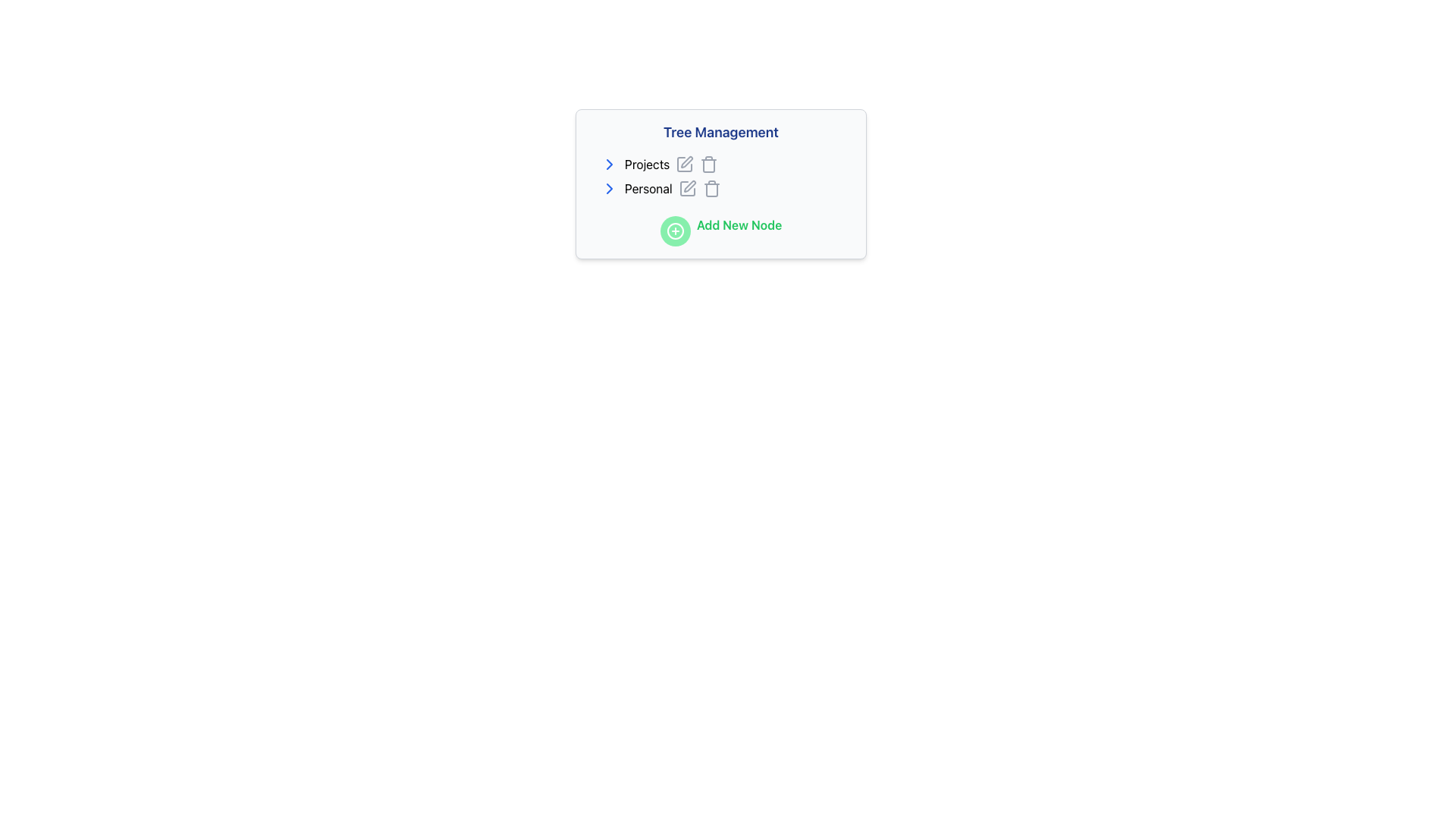 This screenshot has height=819, width=1456. Describe the element at coordinates (686, 188) in the screenshot. I see `the center icon in the second row of the list under the 'Tree Management' section, associated with the 'Personal' entry` at that location.